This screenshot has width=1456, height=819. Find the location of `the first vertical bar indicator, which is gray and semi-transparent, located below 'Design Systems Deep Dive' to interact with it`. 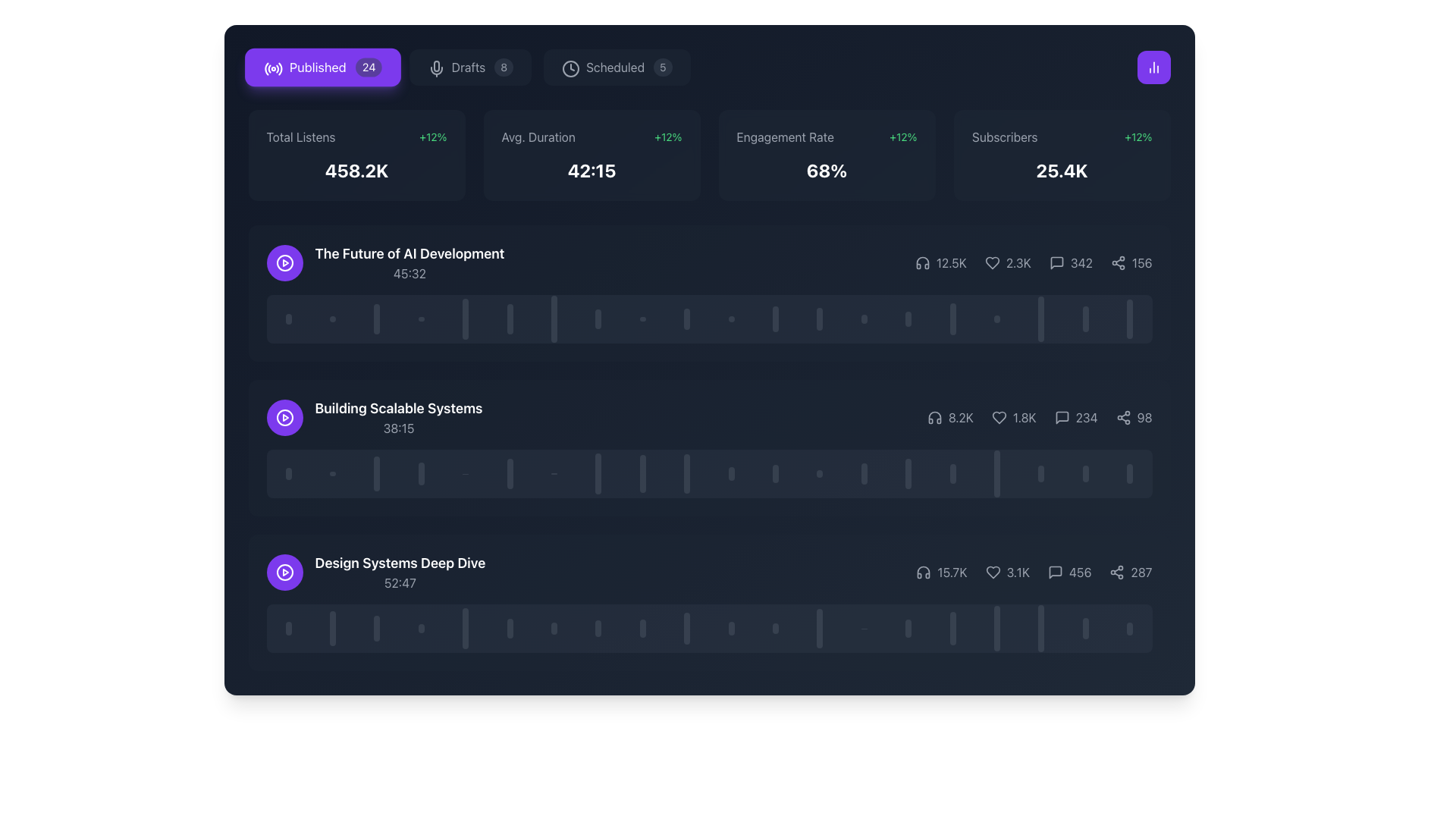

the first vertical bar indicator, which is gray and semi-transparent, located below 'Design Systems Deep Dive' to interact with it is located at coordinates (288, 629).